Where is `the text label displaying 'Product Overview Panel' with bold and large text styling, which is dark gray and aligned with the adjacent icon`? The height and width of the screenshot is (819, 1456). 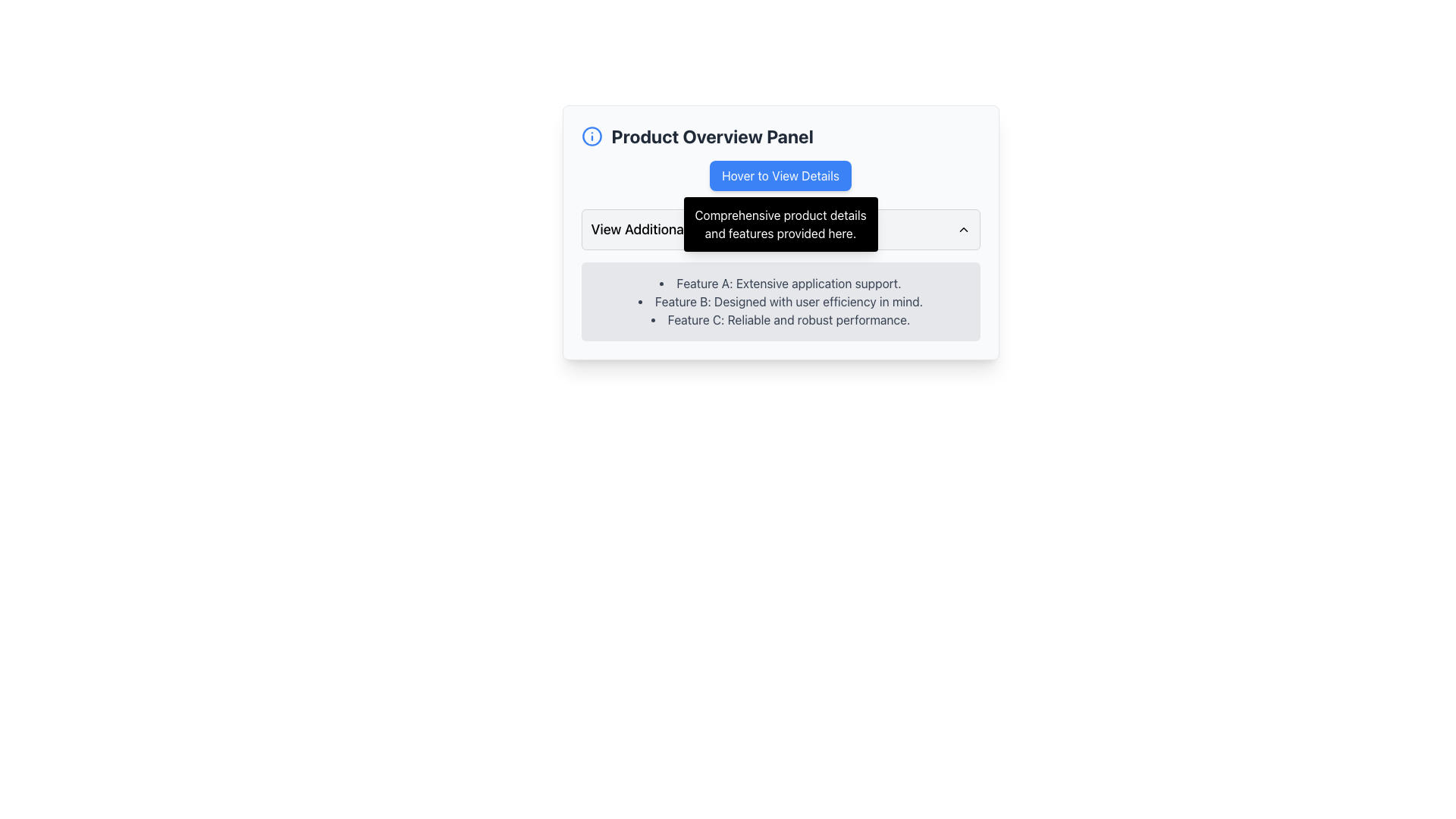
the text label displaying 'Product Overview Panel' with bold and large text styling, which is dark gray and aligned with the adjacent icon is located at coordinates (711, 136).